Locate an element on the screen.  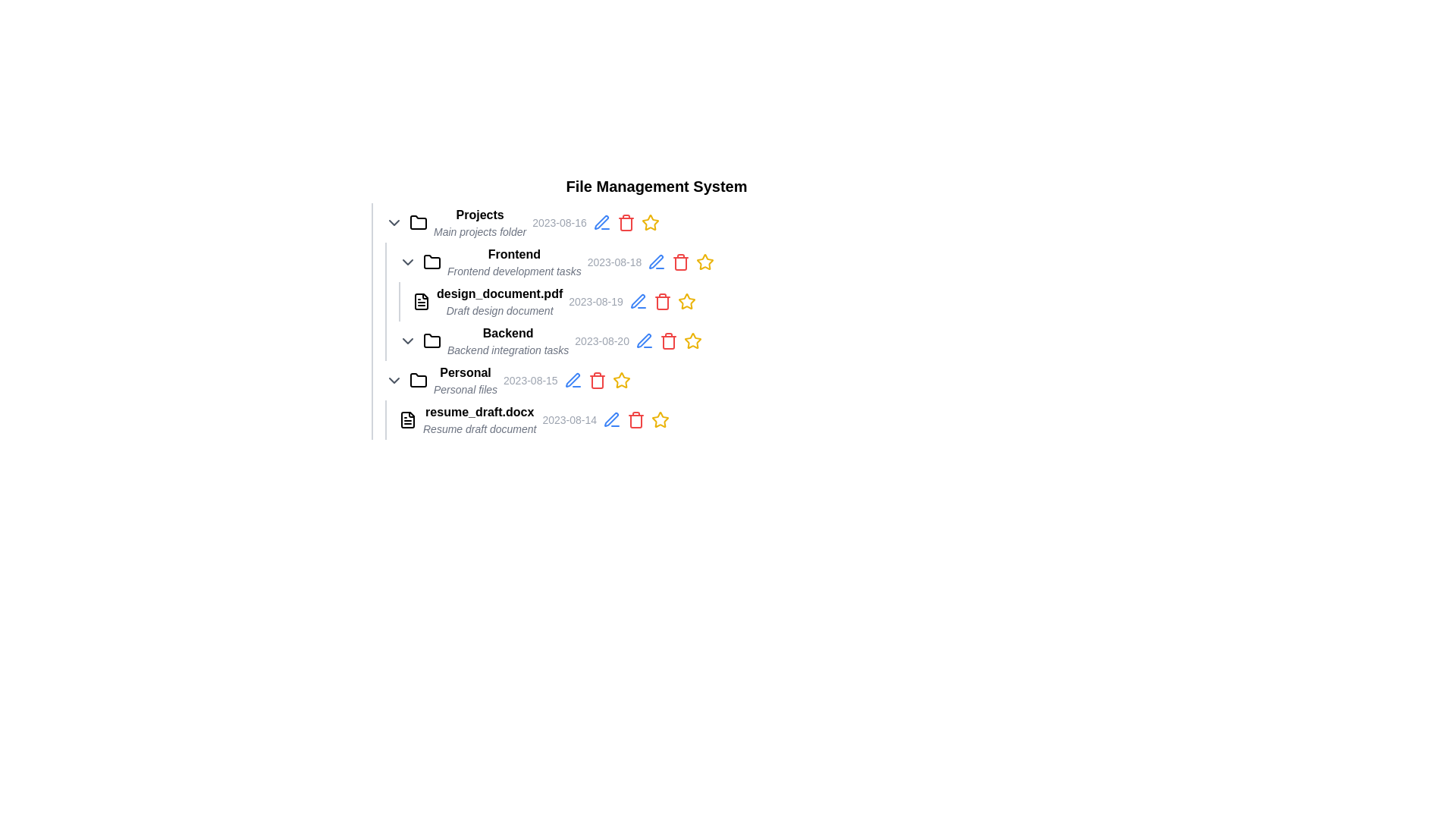
the text label 'resume_draft.docx' which is presented in bold font within the file management interface, located above the description text 'Resume draft document' is located at coordinates (479, 412).